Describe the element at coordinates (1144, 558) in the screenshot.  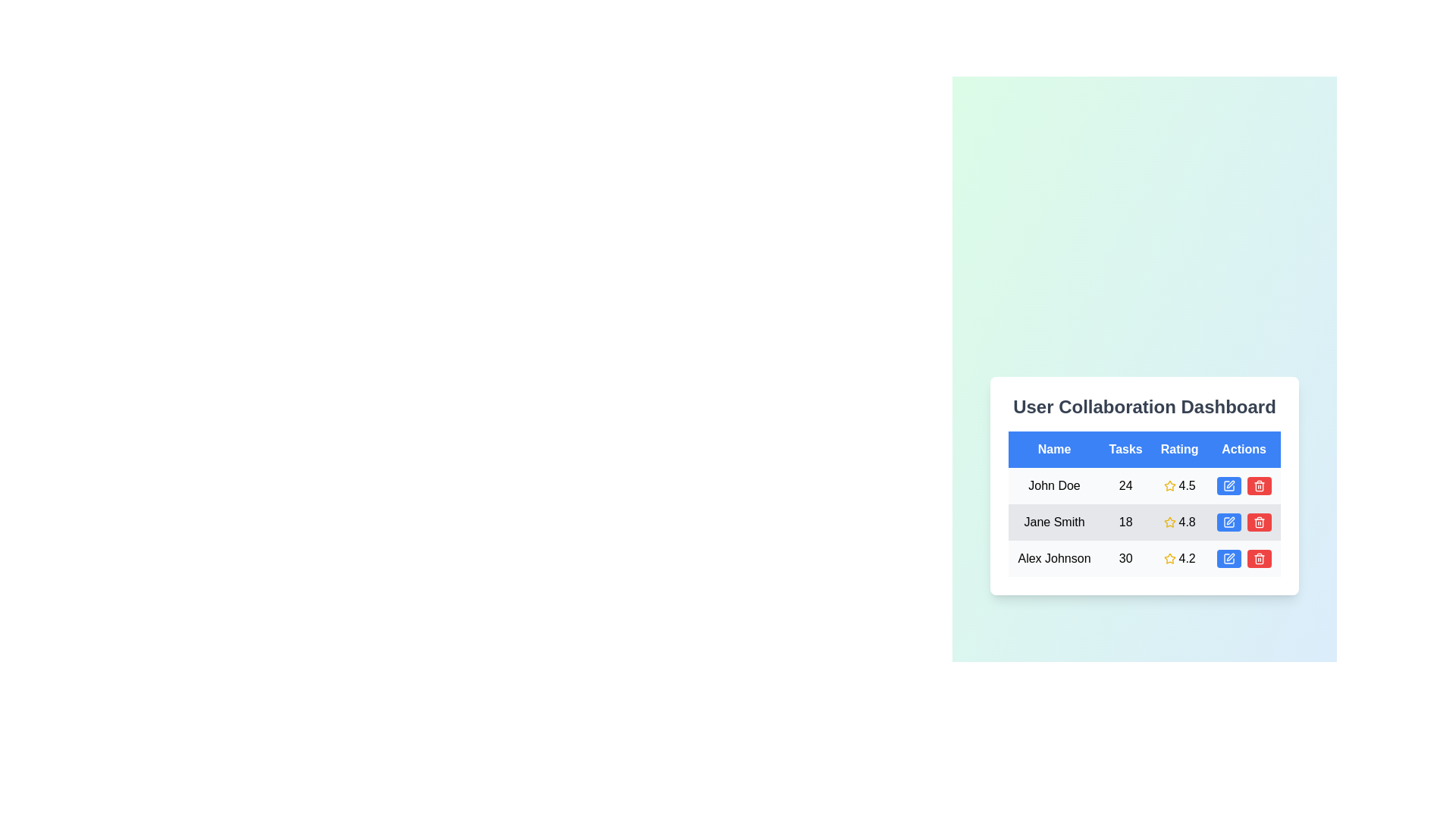
I see `the third row in the user data table, which displays user details and includes buttons for editing and deleting records` at that location.